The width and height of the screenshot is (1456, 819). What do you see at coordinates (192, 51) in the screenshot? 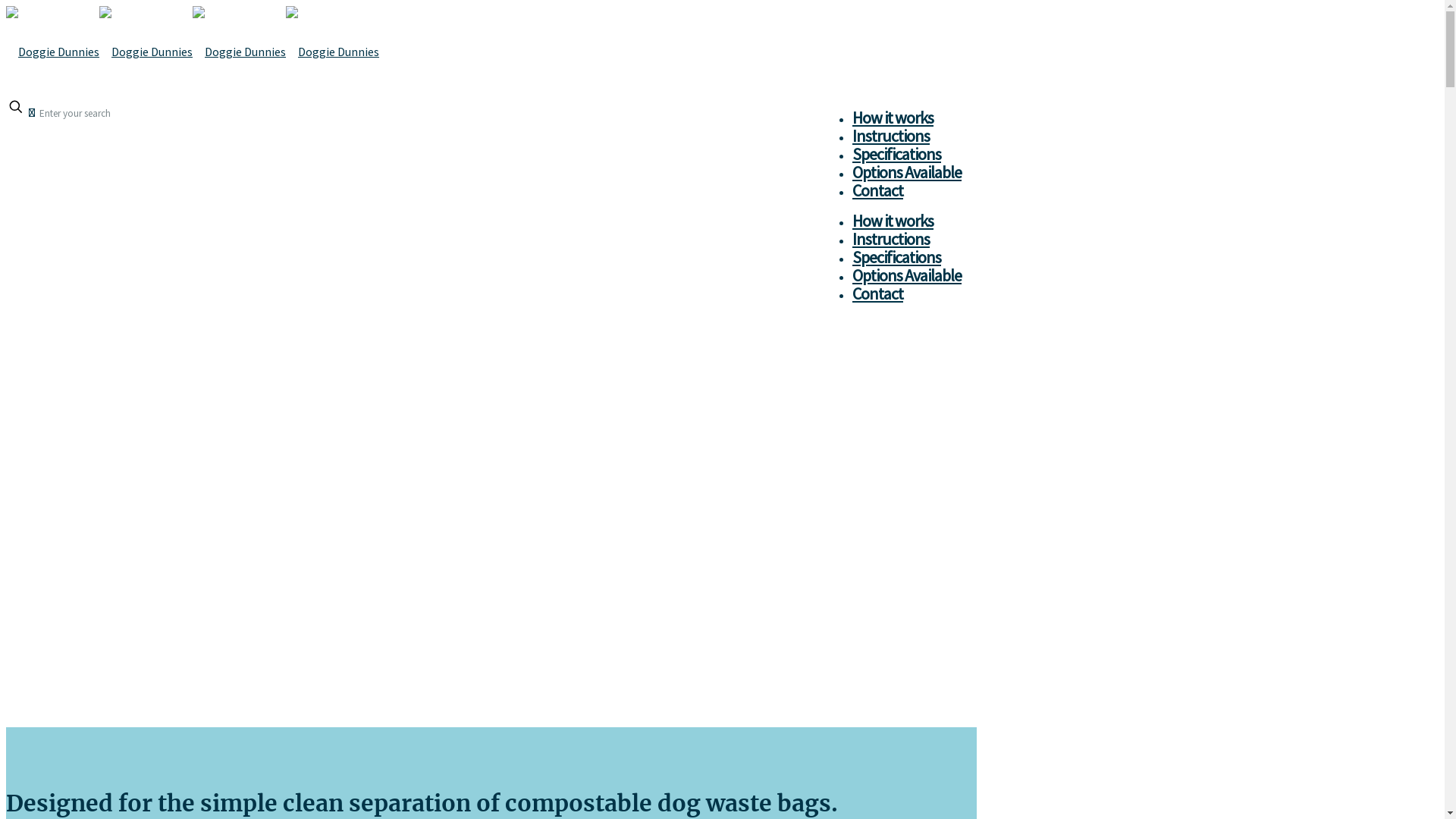
I see `'Doggie Dunnies'` at bounding box center [192, 51].